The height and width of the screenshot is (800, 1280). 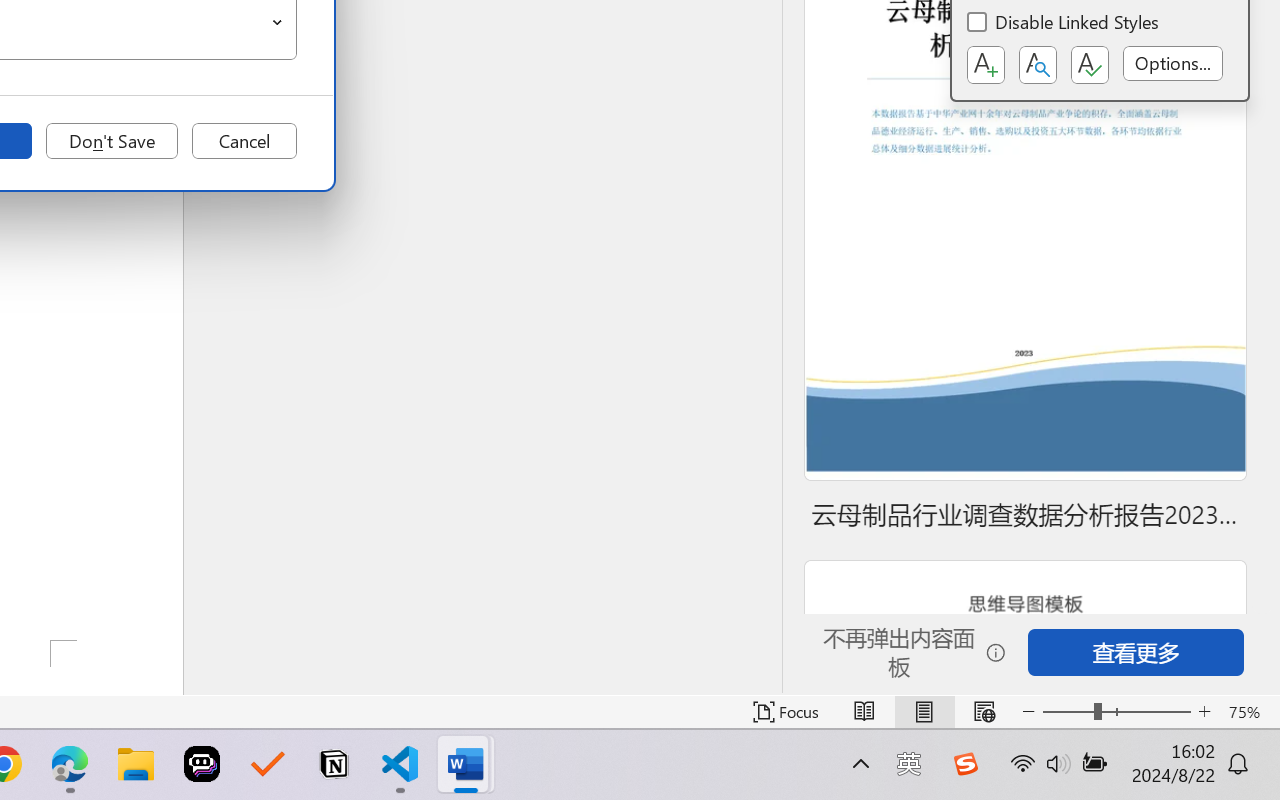 I want to click on 'Options...', so click(x=1172, y=62).